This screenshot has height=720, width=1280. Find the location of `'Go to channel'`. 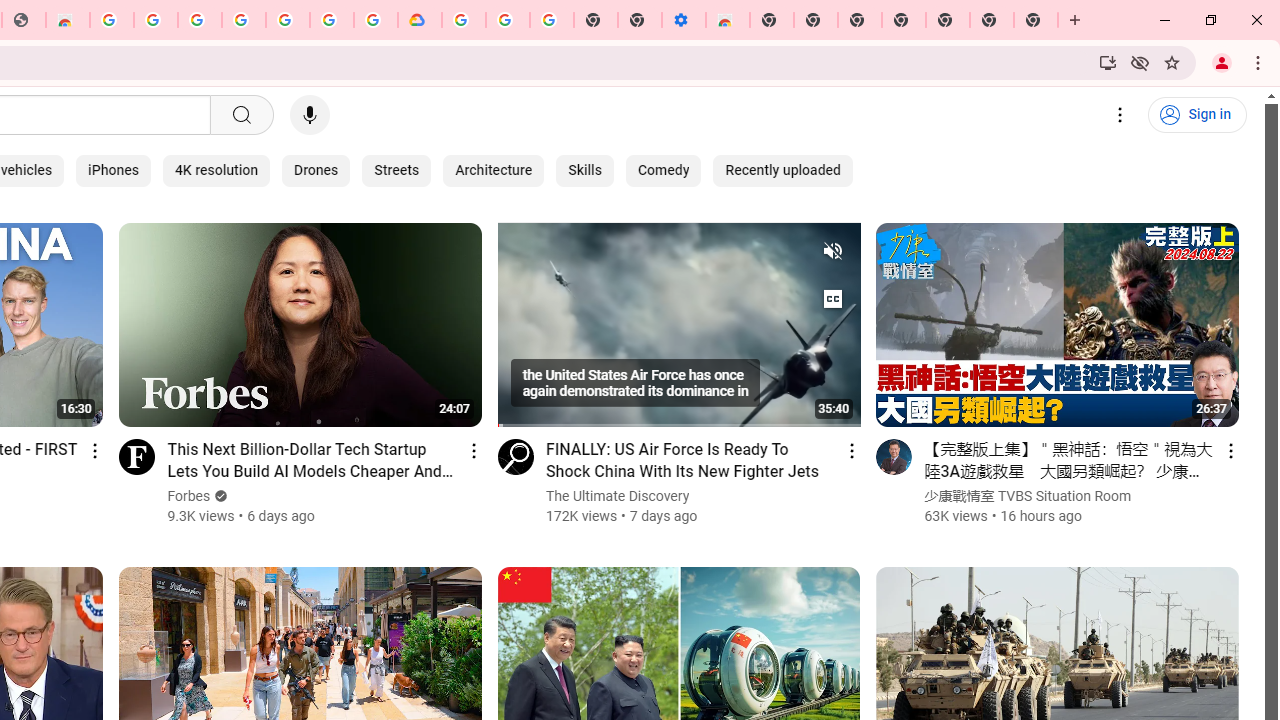

'Go to channel' is located at coordinates (893, 456).